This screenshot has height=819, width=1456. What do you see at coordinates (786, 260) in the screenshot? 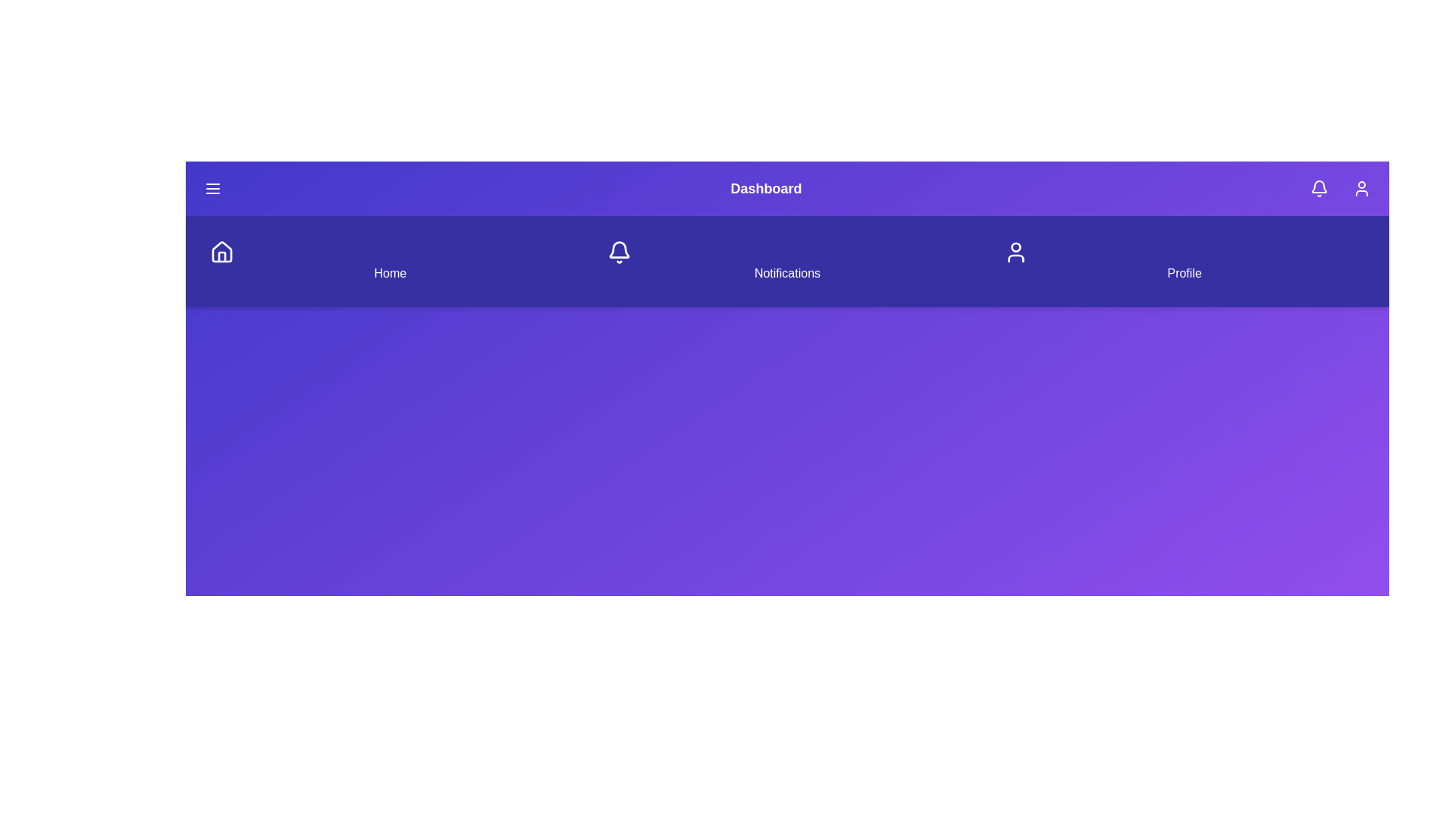
I see `the Notifications navigation item` at bounding box center [786, 260].